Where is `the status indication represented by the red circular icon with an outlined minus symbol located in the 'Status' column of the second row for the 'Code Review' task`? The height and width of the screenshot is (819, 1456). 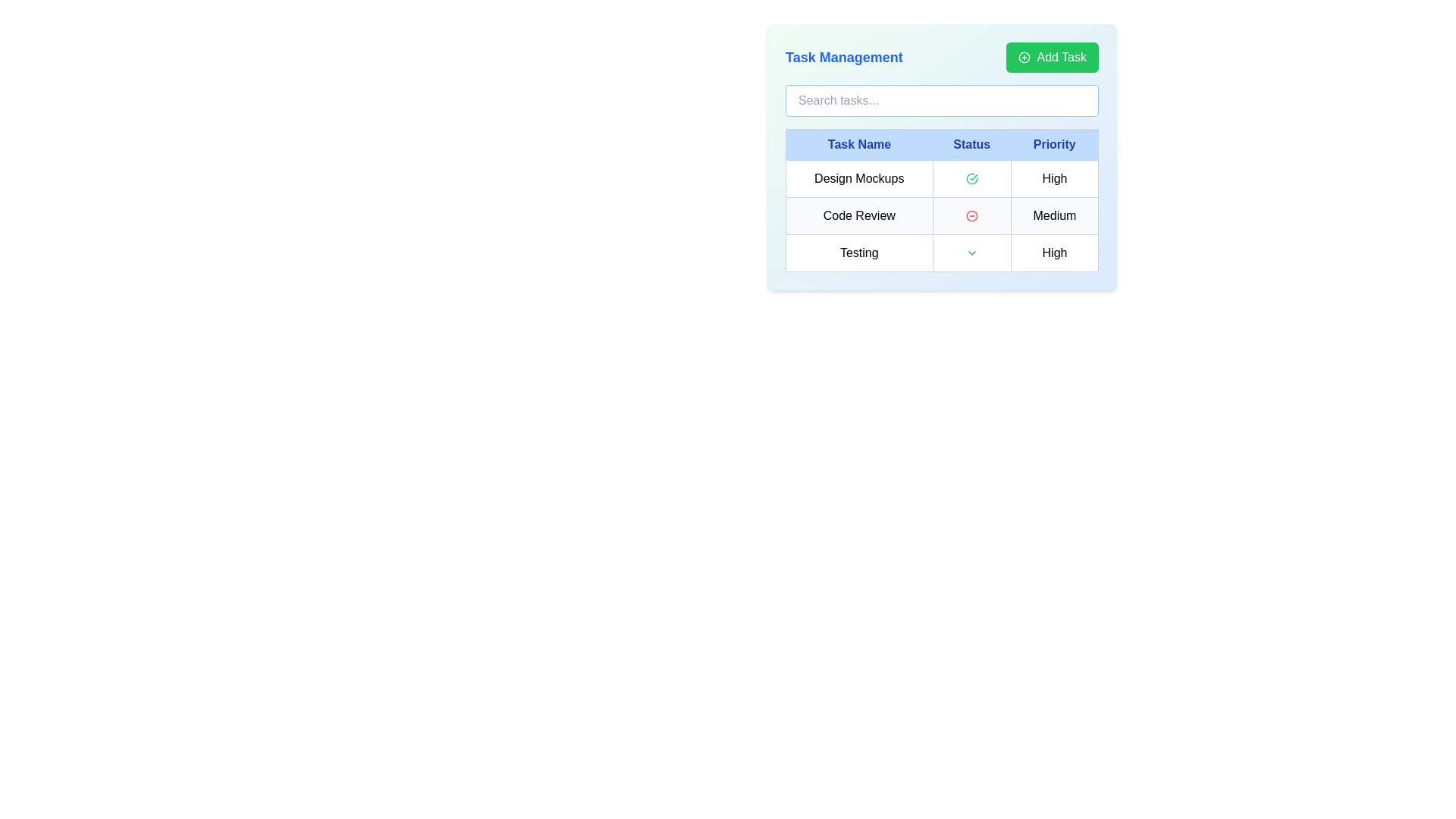
the status indication represented by the red circular icon with an outlined minus symbol located in the 'Status' column of the second row for the 'Code Review' task is located at coordinates (971, 216).